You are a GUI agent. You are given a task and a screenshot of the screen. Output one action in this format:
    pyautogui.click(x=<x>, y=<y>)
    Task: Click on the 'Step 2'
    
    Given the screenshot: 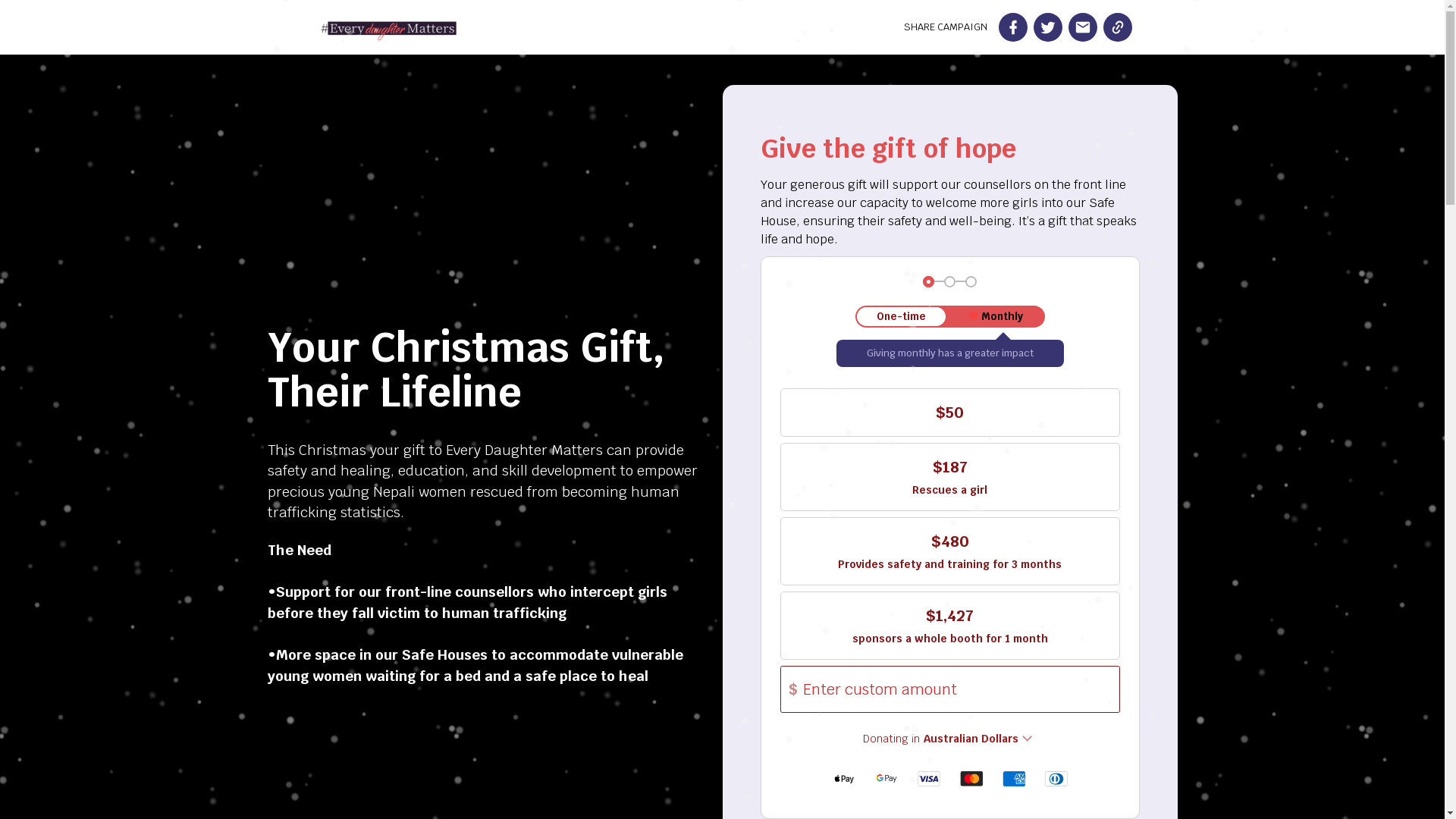 What is the action you would take?
    pyautogui.click(x=949, y=281)
    